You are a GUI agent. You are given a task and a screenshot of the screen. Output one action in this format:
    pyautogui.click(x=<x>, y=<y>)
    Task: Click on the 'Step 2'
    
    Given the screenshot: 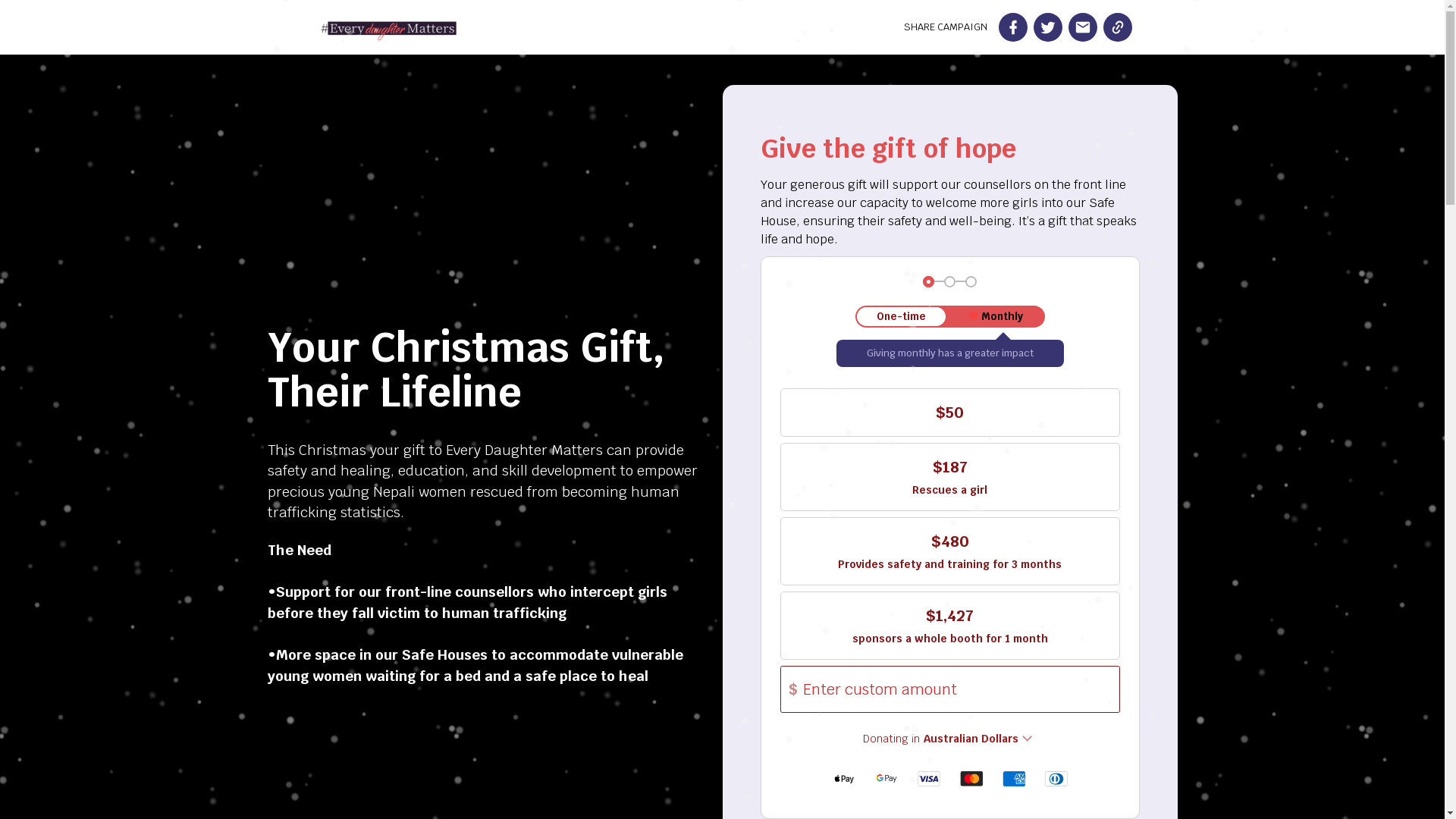 What is the action you would take?
    pyautogui.click(x=949, y=281)
    